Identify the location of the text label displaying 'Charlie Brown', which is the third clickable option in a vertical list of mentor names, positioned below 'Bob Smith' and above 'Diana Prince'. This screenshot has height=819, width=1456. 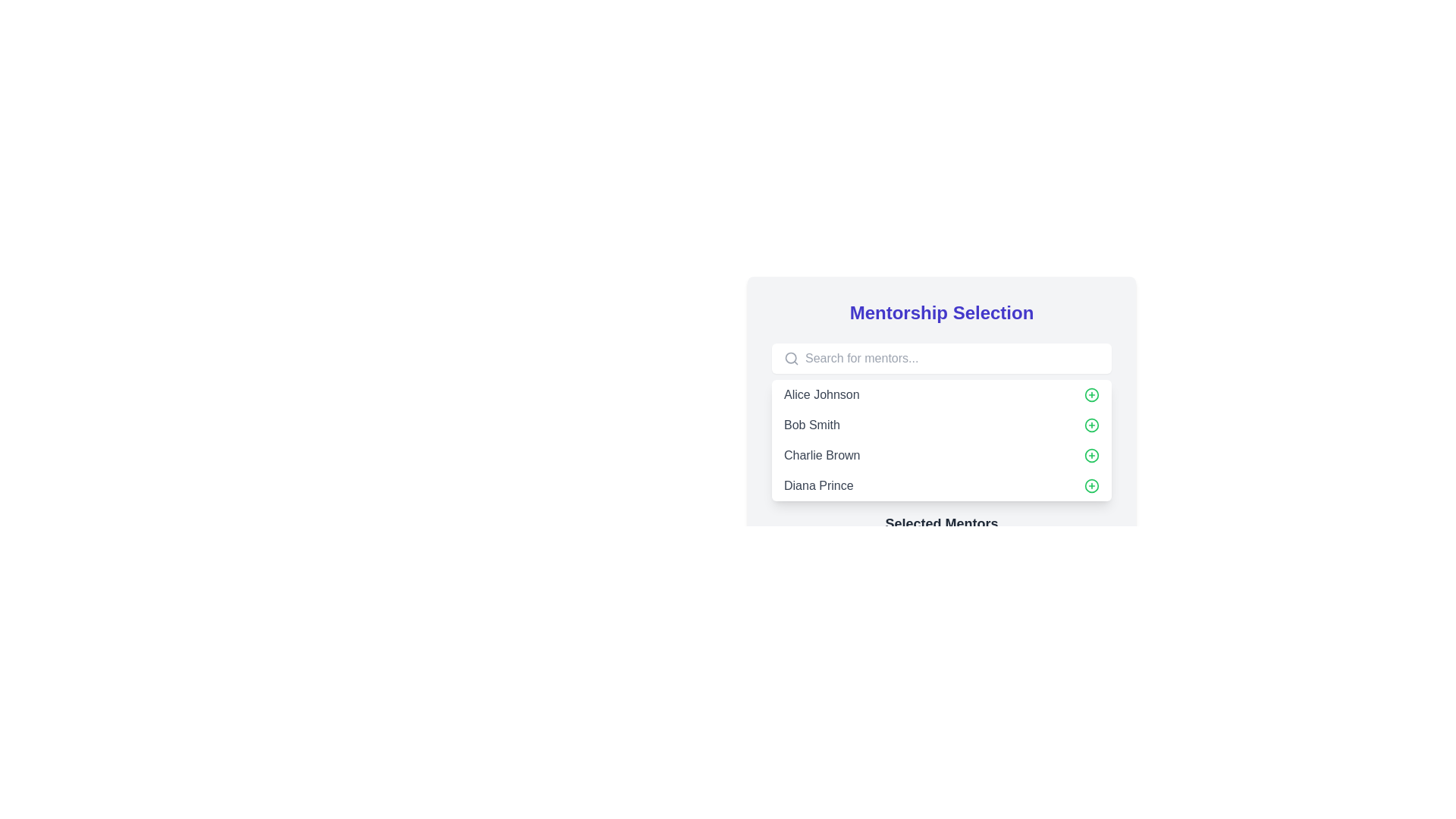
(821, 455).